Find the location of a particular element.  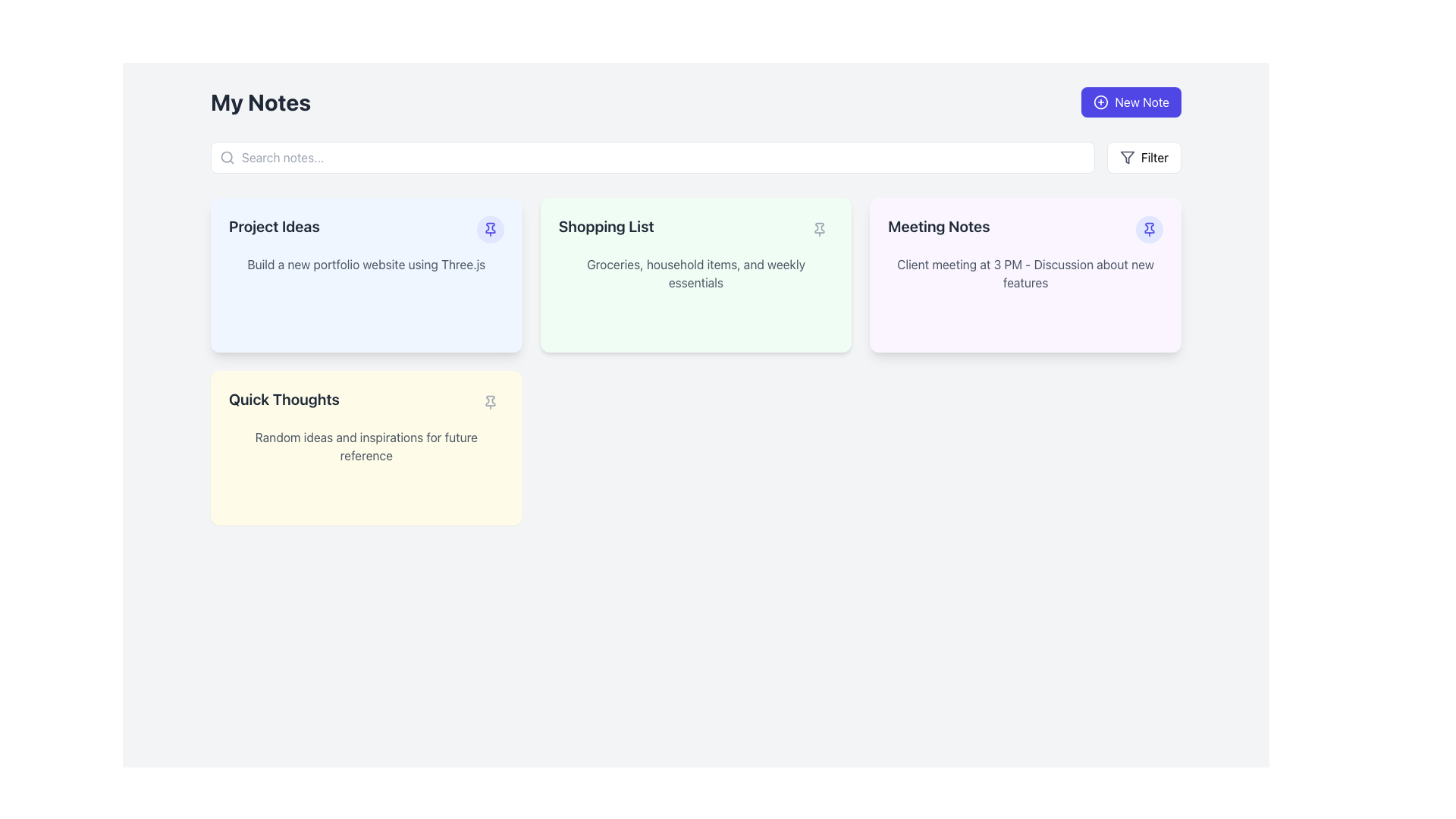

the small vector graphic element representing an elongated shape with slight curvature at the ends, located inside the light green 'Shopping List' note card is located at coordinates (821, 322).